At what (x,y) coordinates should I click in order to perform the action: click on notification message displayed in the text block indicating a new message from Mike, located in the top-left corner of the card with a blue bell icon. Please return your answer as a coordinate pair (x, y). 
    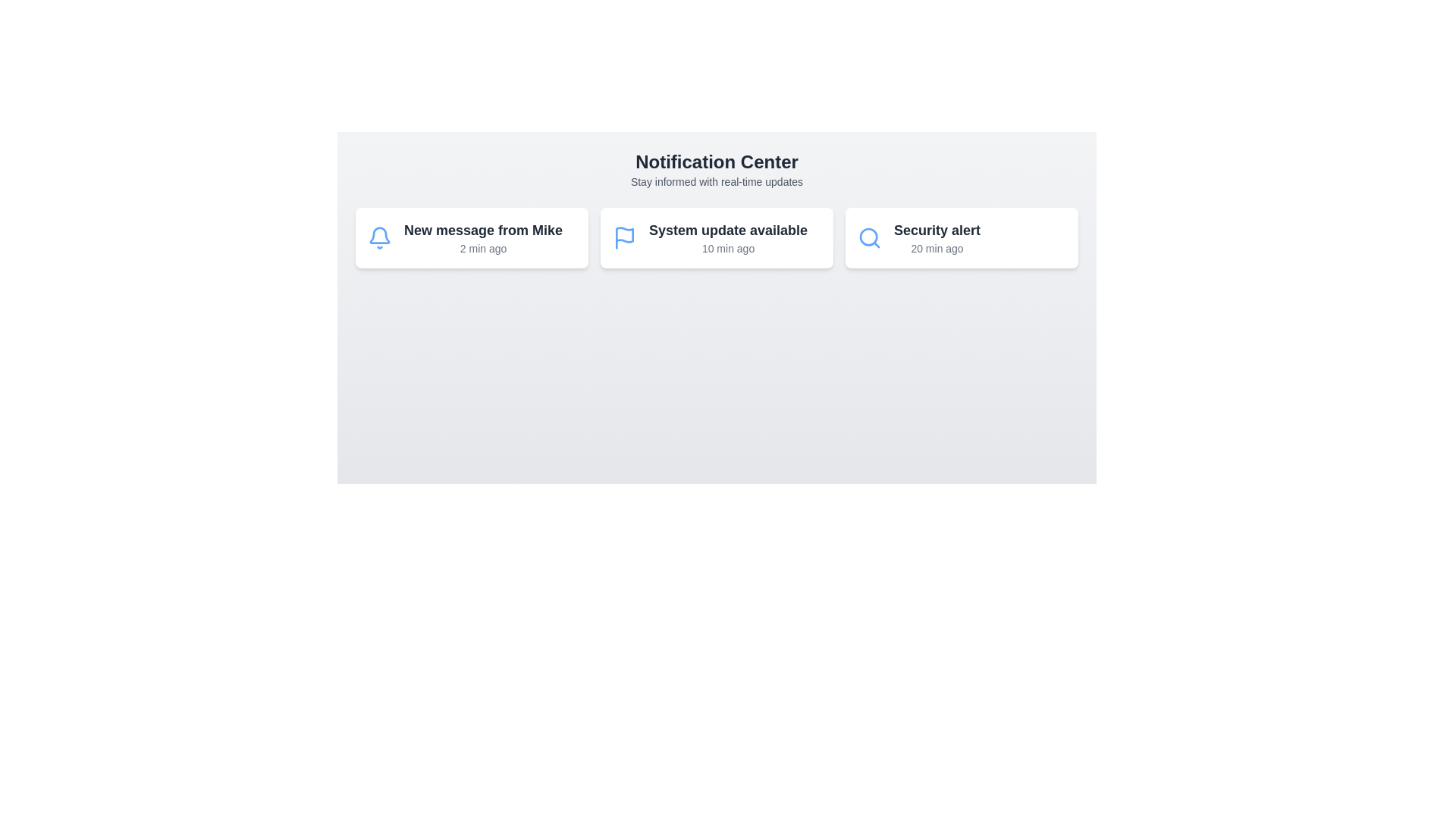
    Looking at the image, I should click on (482, 237).